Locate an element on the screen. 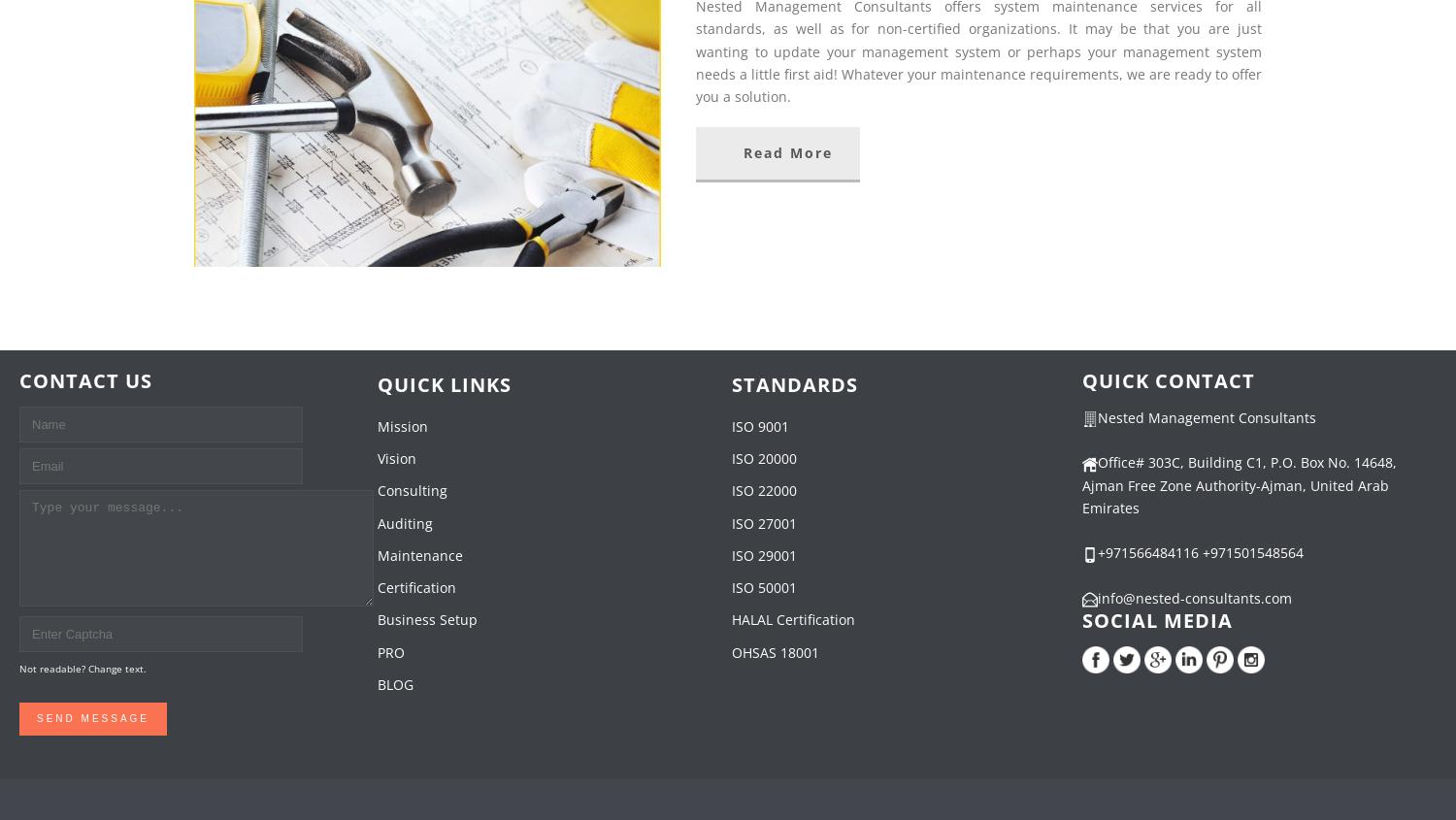  'ISO 9001' is located at coordinates (732, 425).